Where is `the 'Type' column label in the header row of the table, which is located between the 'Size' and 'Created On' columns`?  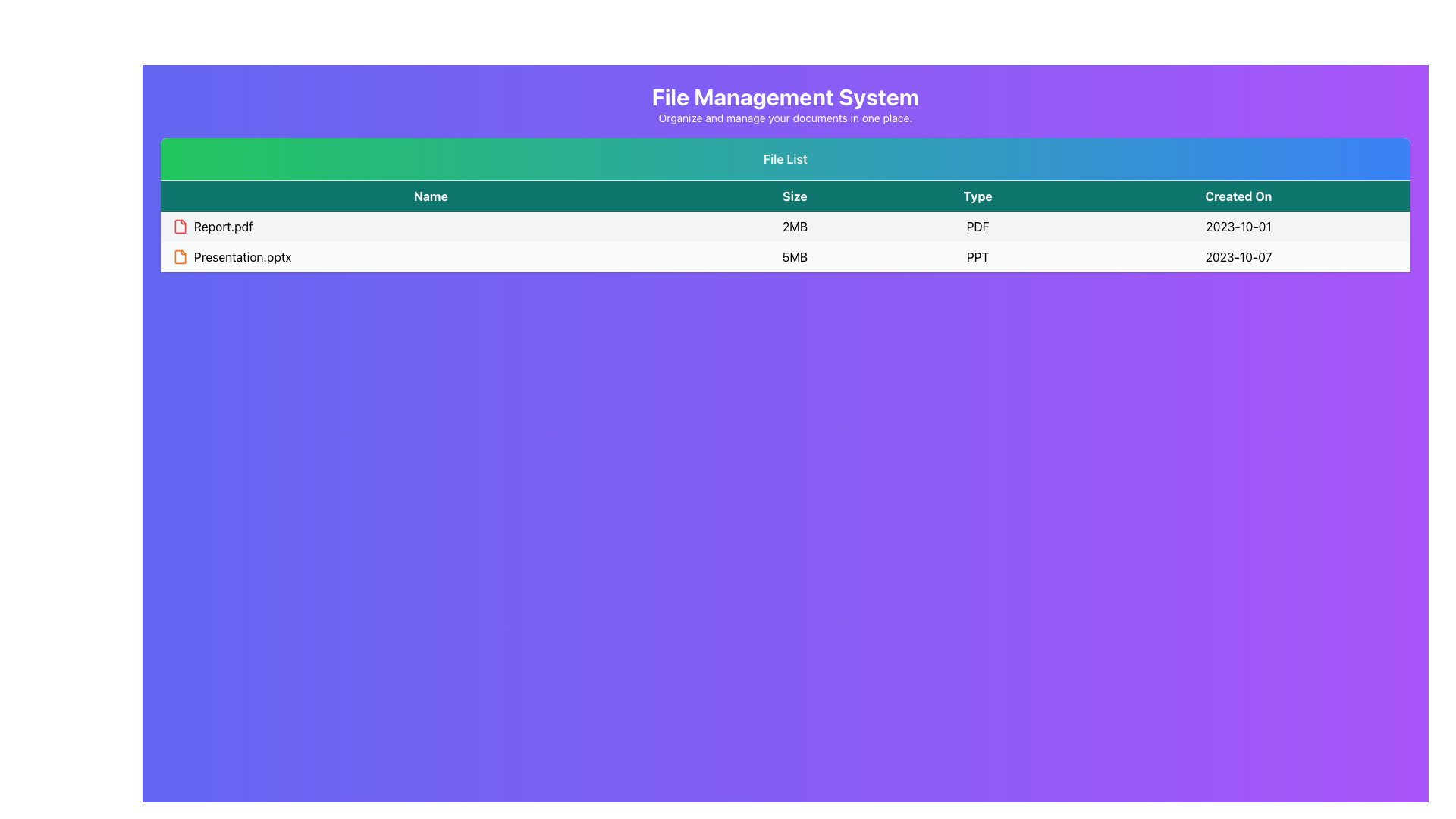
the 'Type' column label in the header row of the table, which is located between the 'Size' and 'Created On' columns is located at coordinates (977, 195).